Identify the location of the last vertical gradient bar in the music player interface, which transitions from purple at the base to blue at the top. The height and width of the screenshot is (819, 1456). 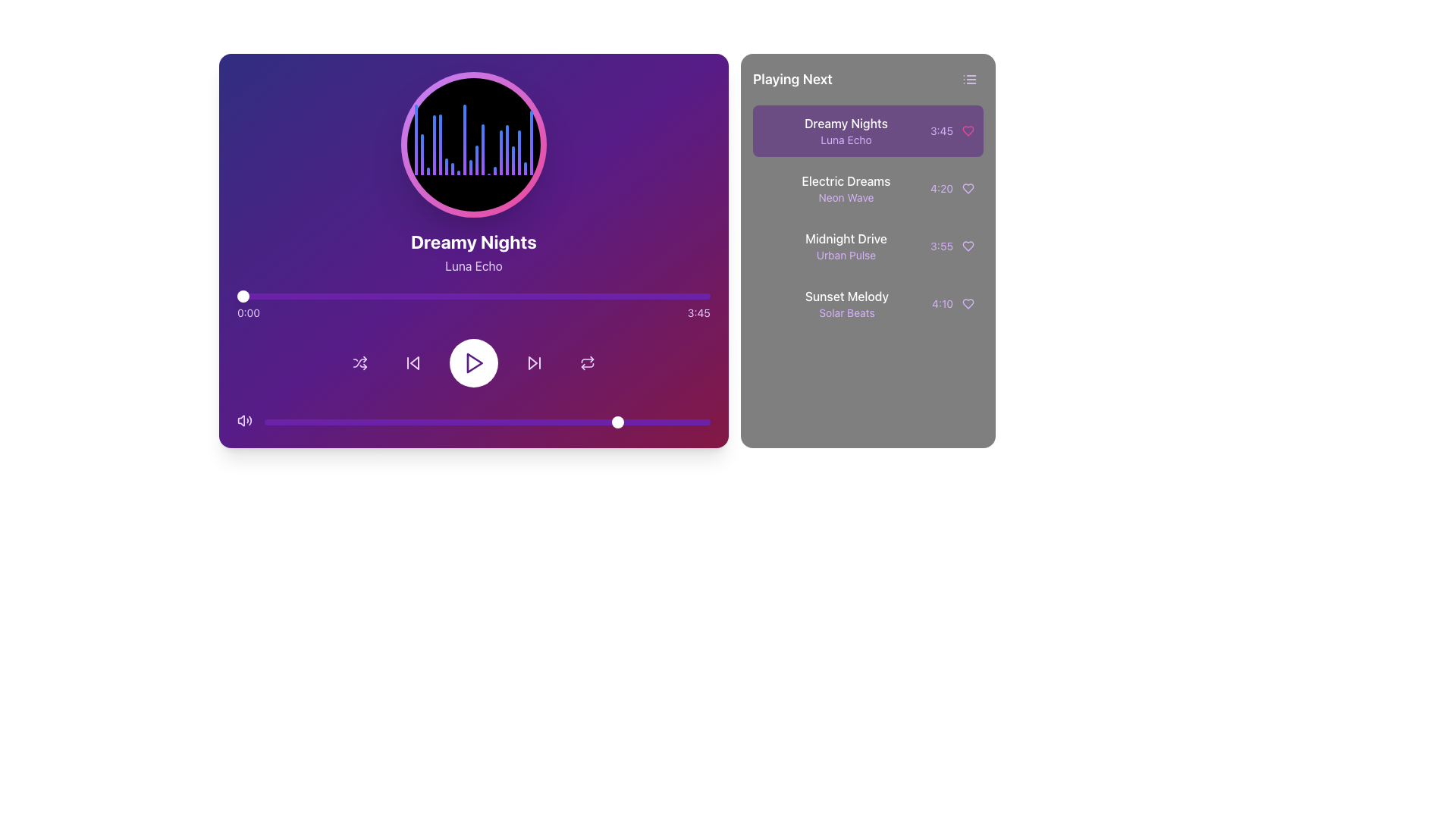
(531, 143).